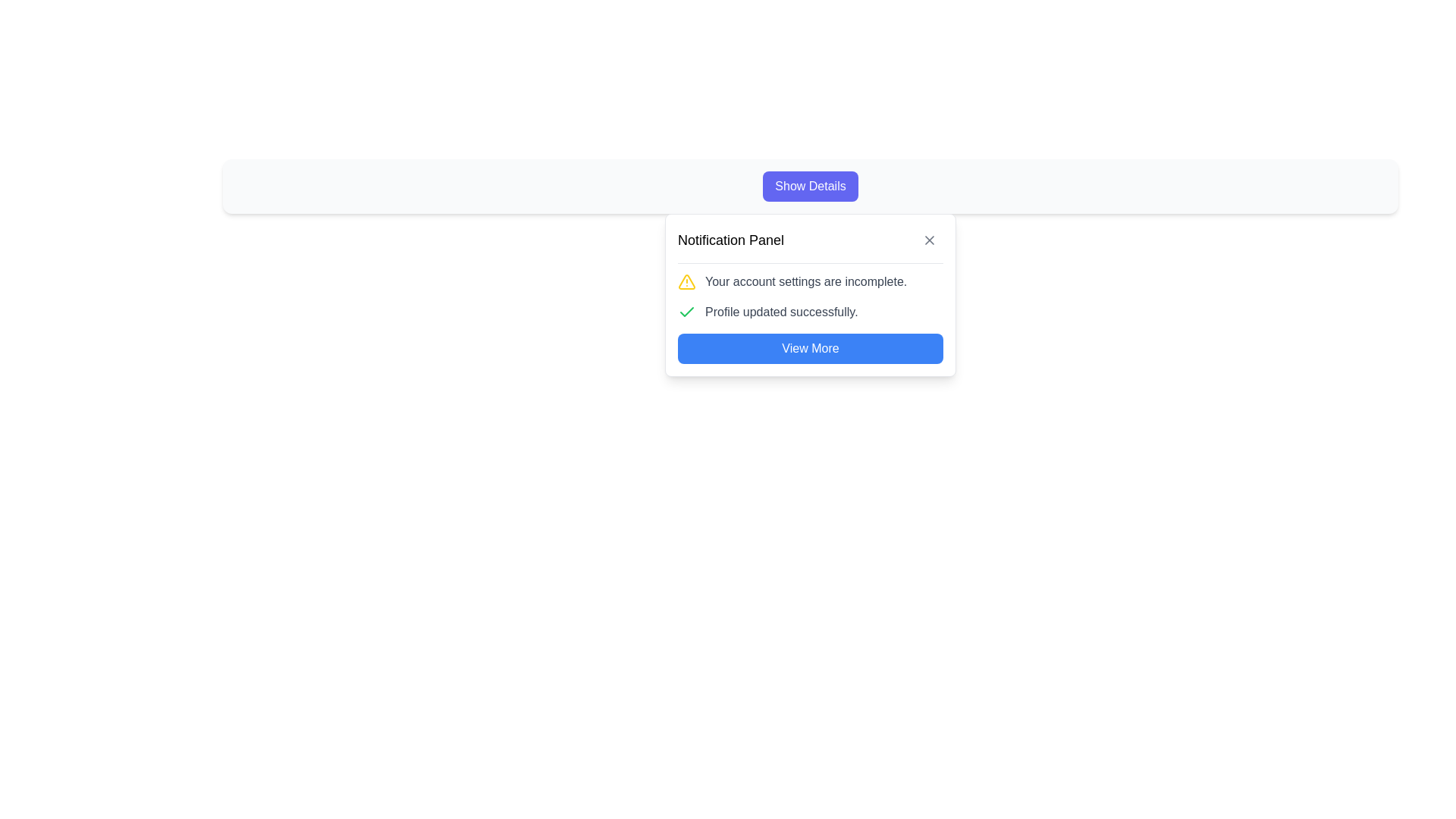  What do you see at coordinates (686, 312) in the screenshot?
I see `the confirmation icon indicating successful profile update, located to the left of the 'Profile updated successfully.' text in the notification panel` at bounding box center [686, 312].